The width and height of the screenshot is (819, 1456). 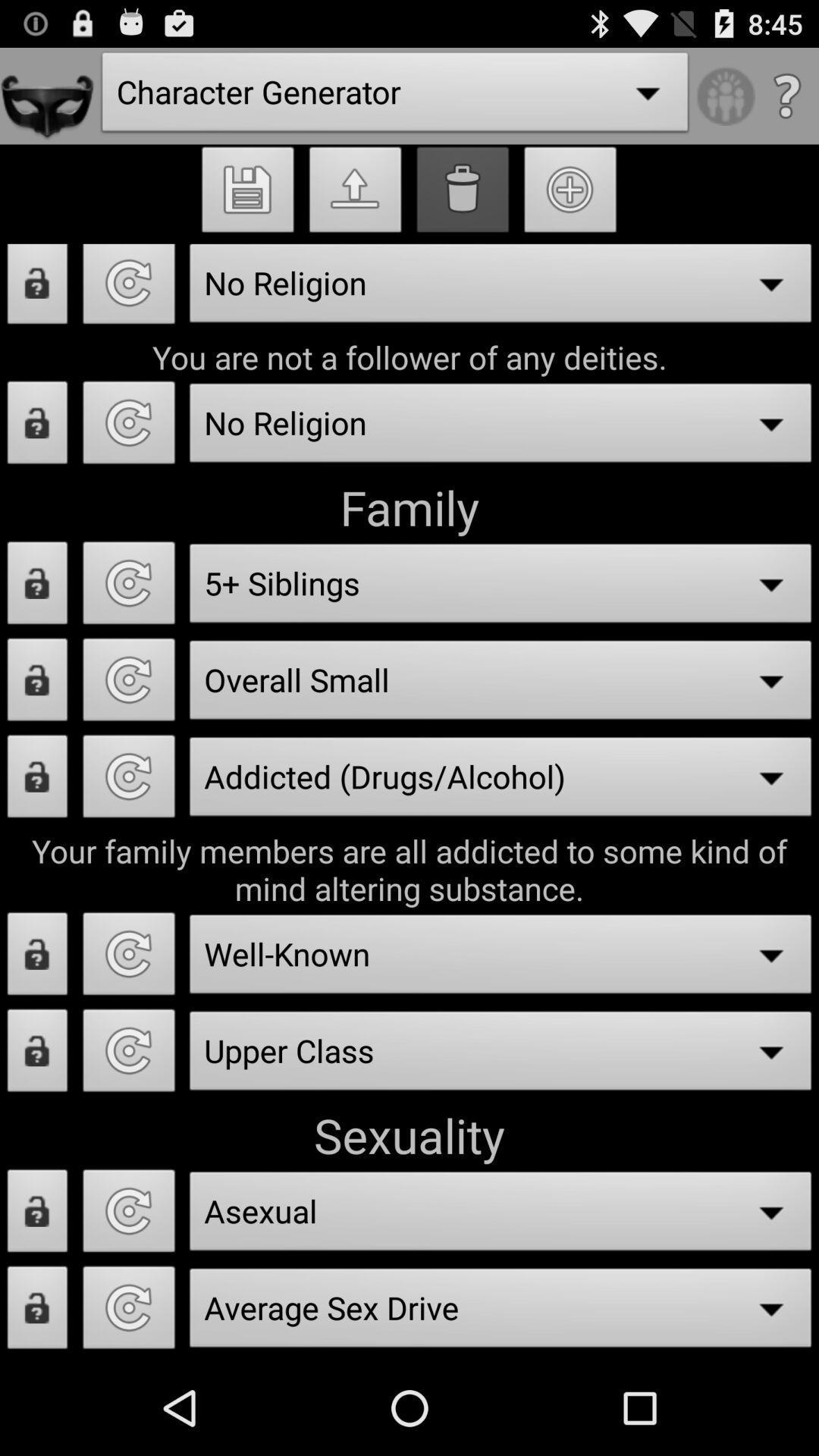 I want to click on refresh, so click(x=128, y=780).